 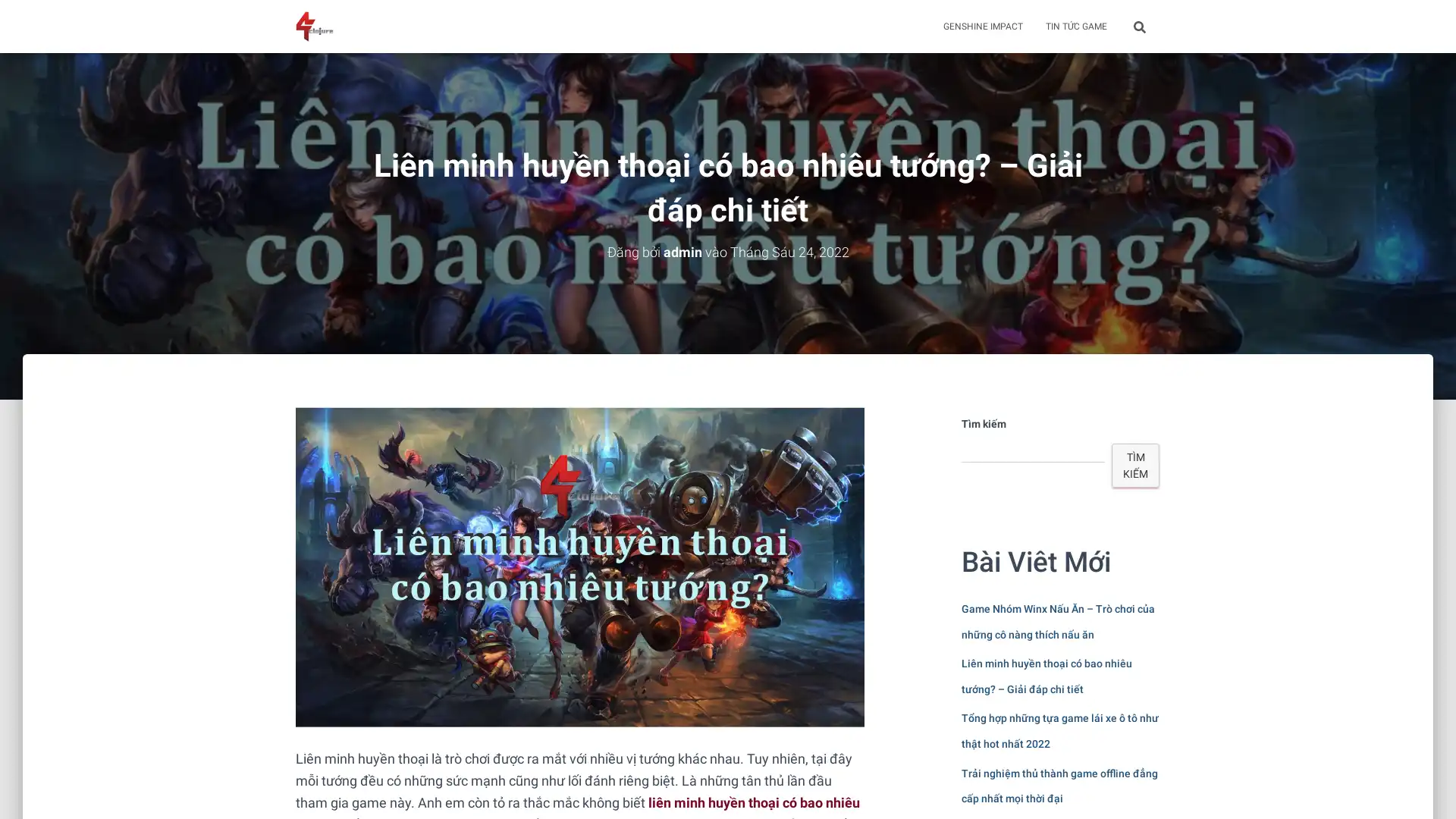 What do you see at coordinates (1135, 464) in the screenshot?
I see `TIM KIEM` at bounding box center [1135, 464].